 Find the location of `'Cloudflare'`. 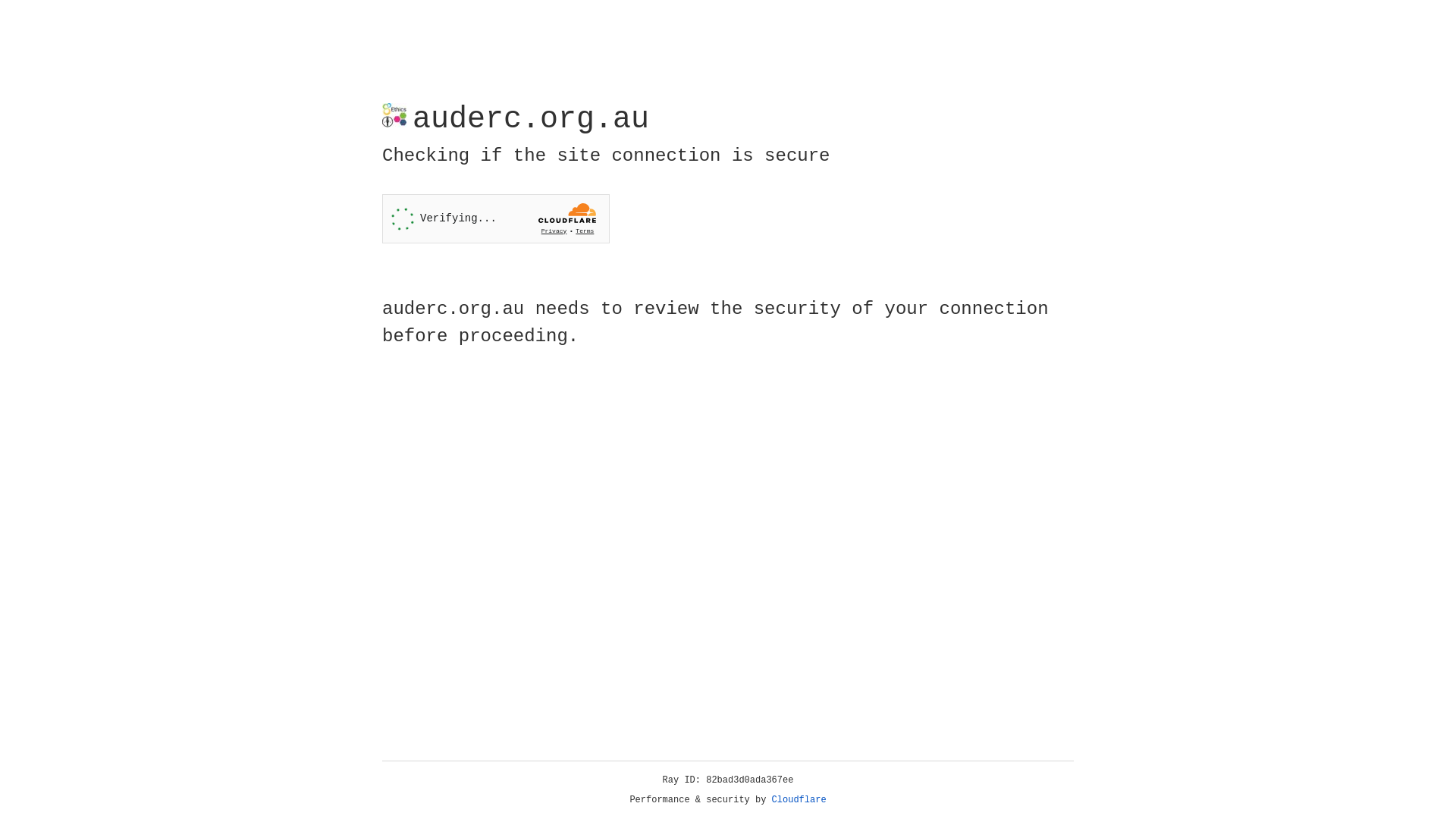

'Cloudflare' is located at coordinates (799, 799).